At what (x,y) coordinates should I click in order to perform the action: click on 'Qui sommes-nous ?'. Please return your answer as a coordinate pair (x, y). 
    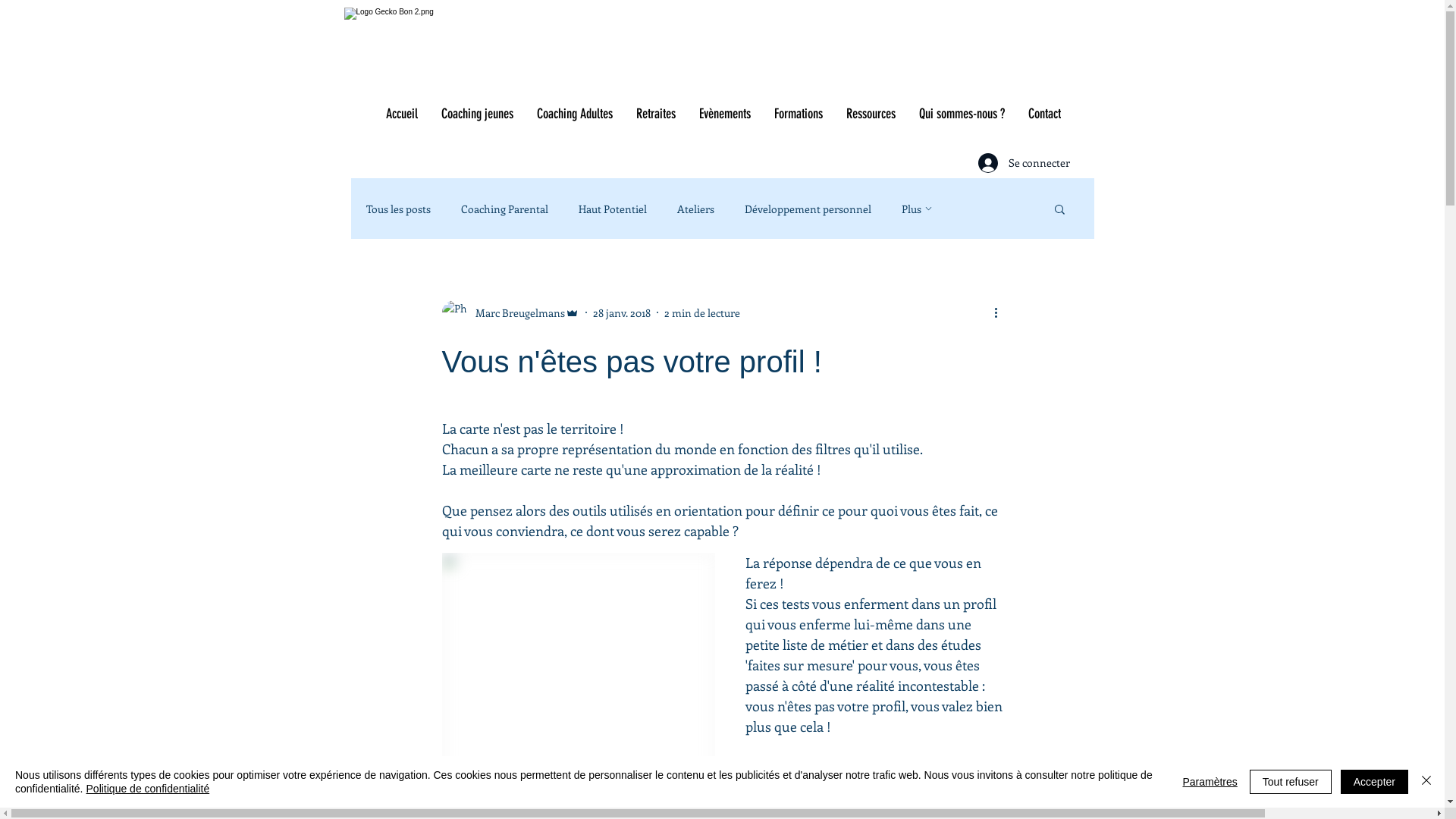
    Looking at the image, I should click on (960, 113).